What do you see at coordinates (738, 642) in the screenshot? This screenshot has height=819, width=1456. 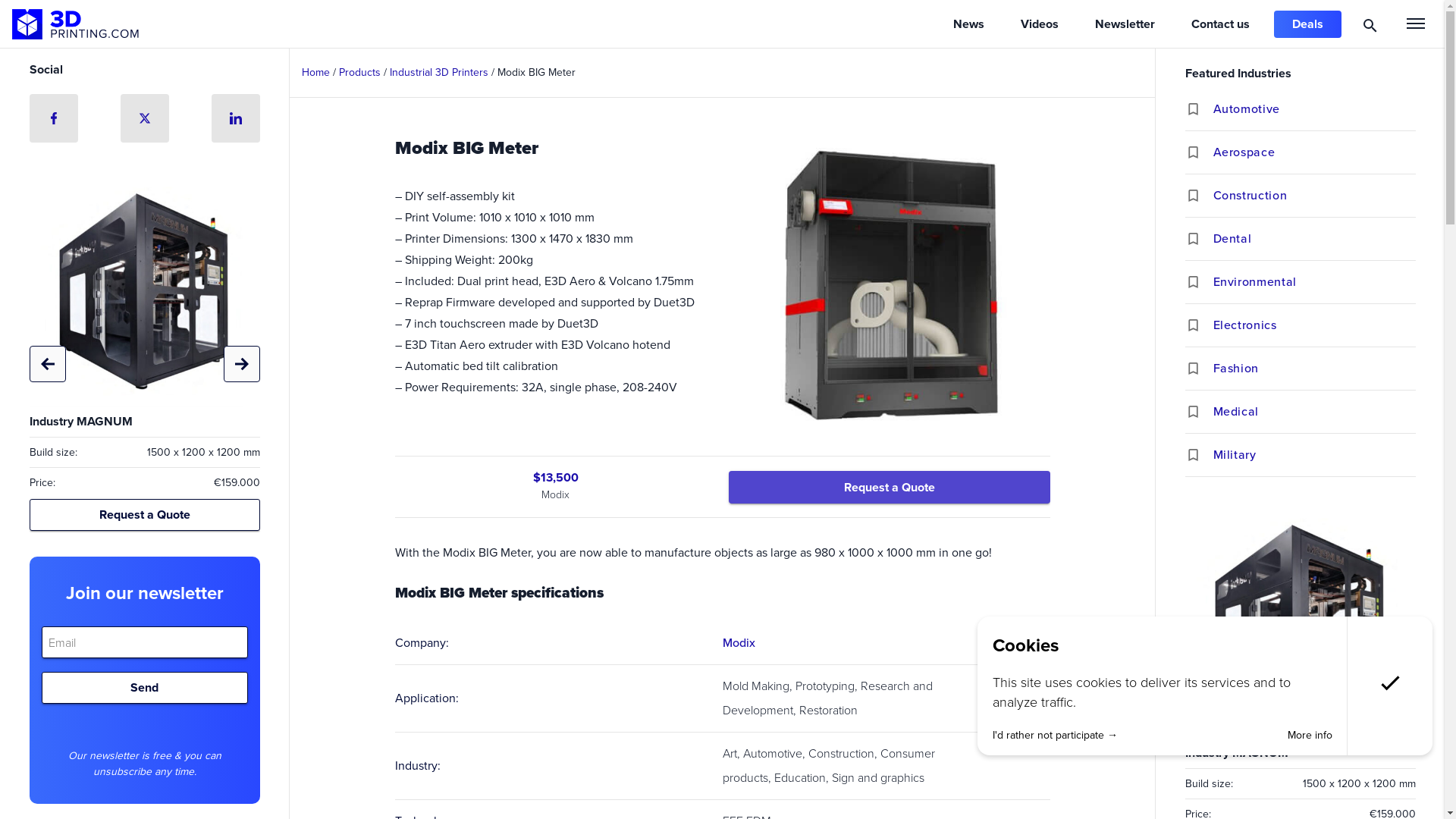 I see `'Modix'` at bounding box center [738, 642].